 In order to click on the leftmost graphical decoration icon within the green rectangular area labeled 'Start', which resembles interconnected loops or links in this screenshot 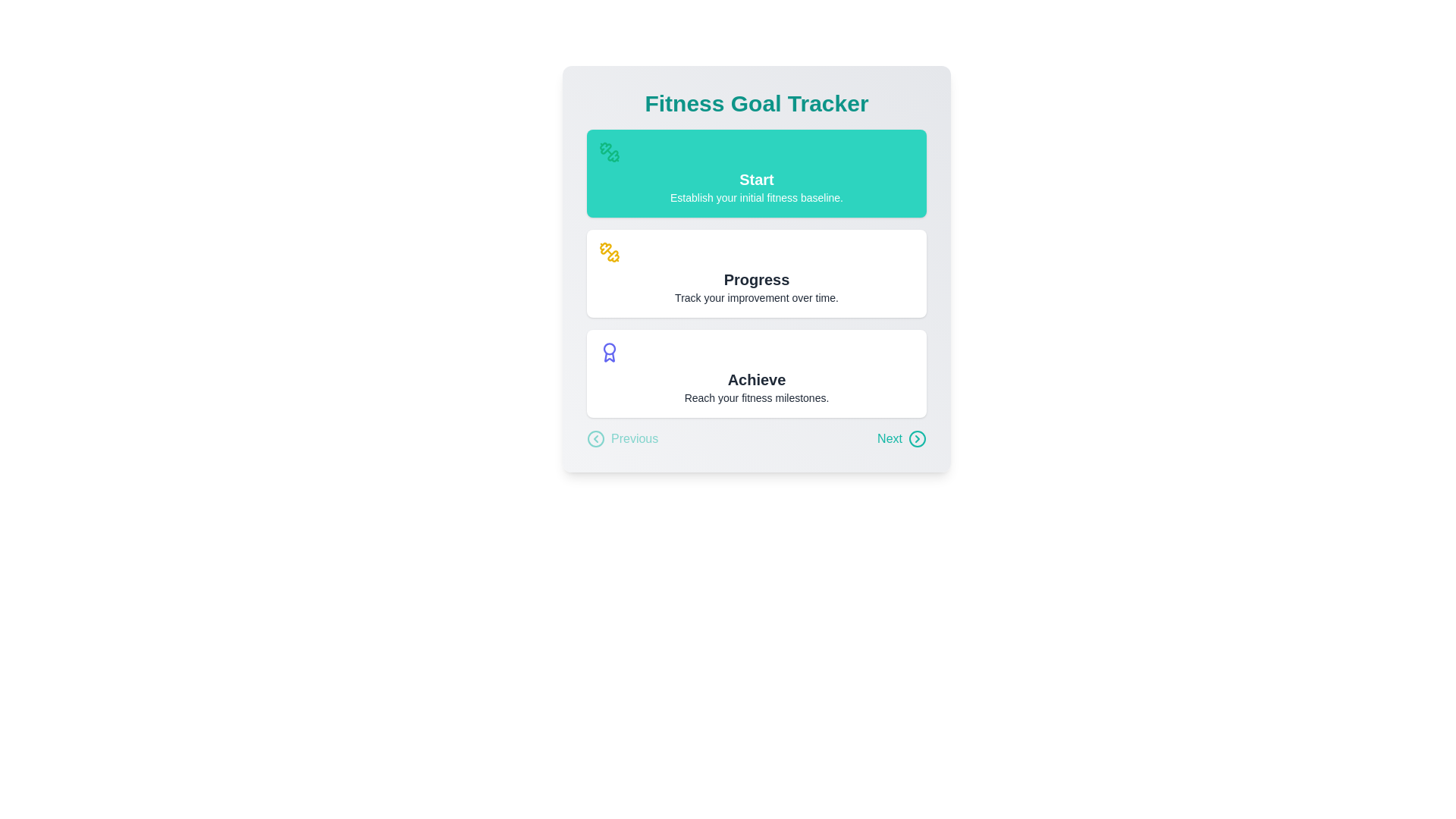, I will do `click(604, 148)`.